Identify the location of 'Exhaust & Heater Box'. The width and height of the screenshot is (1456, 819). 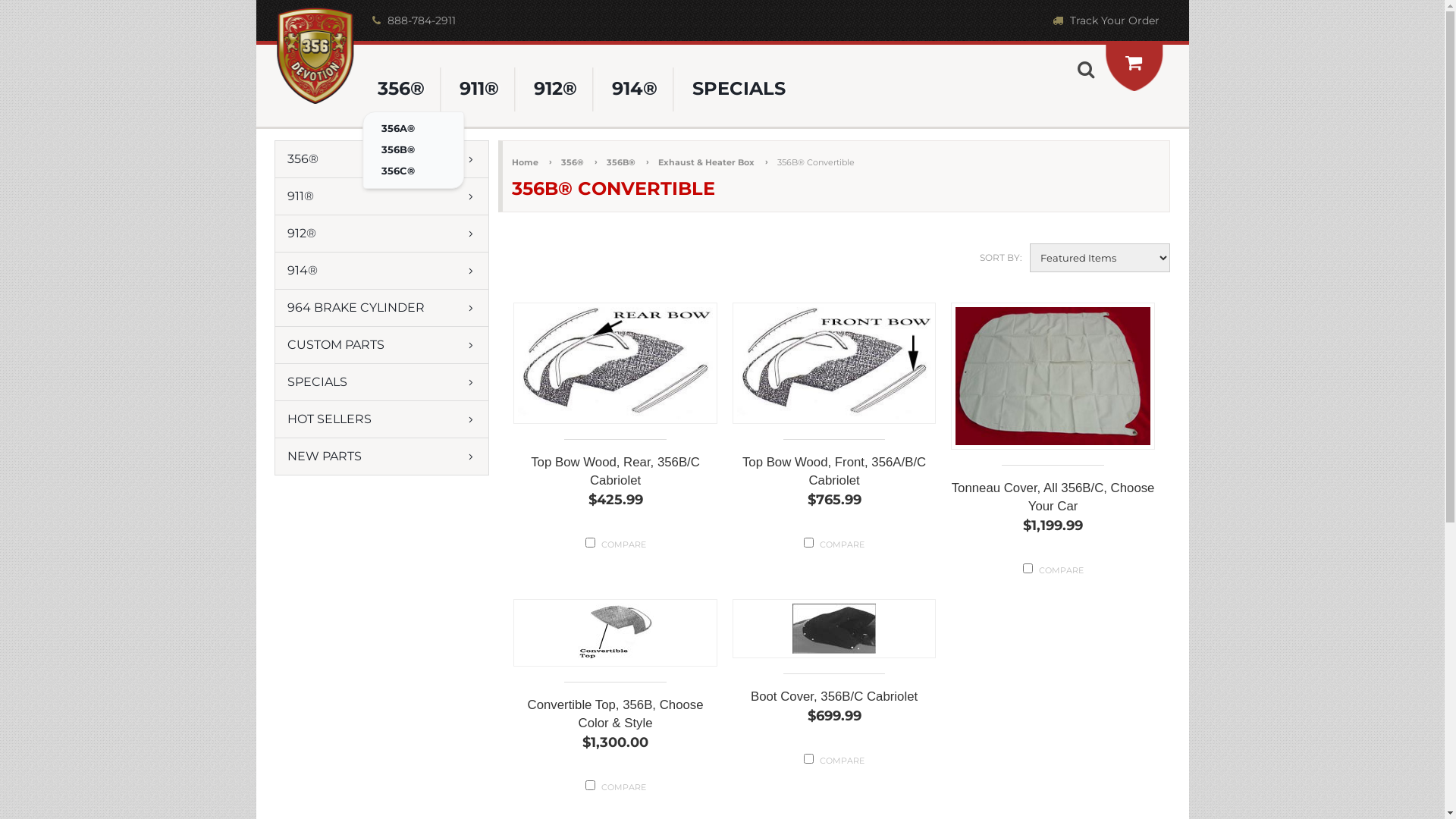
(658, 162).